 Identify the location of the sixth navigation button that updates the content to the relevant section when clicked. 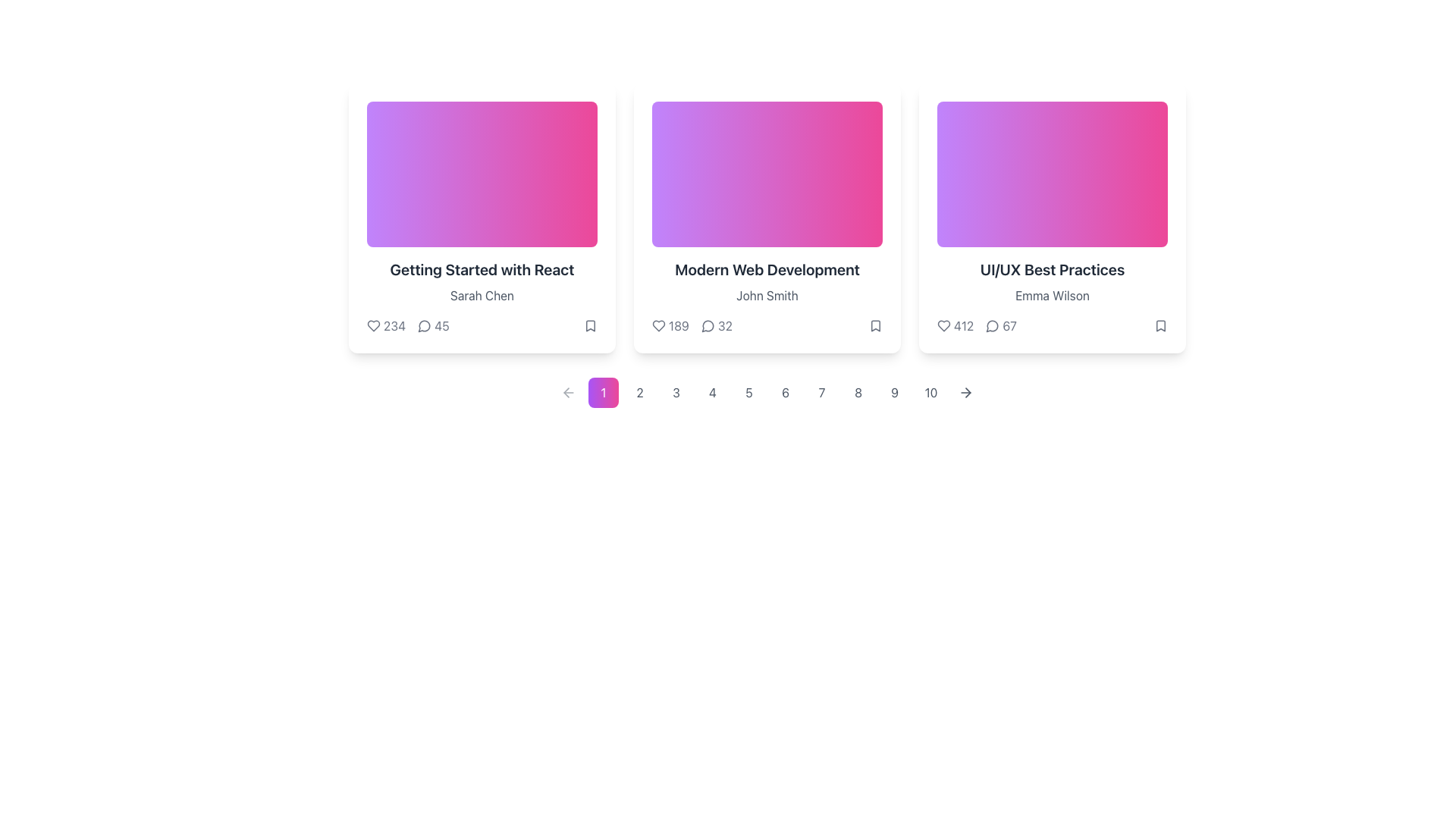
(786, 391).